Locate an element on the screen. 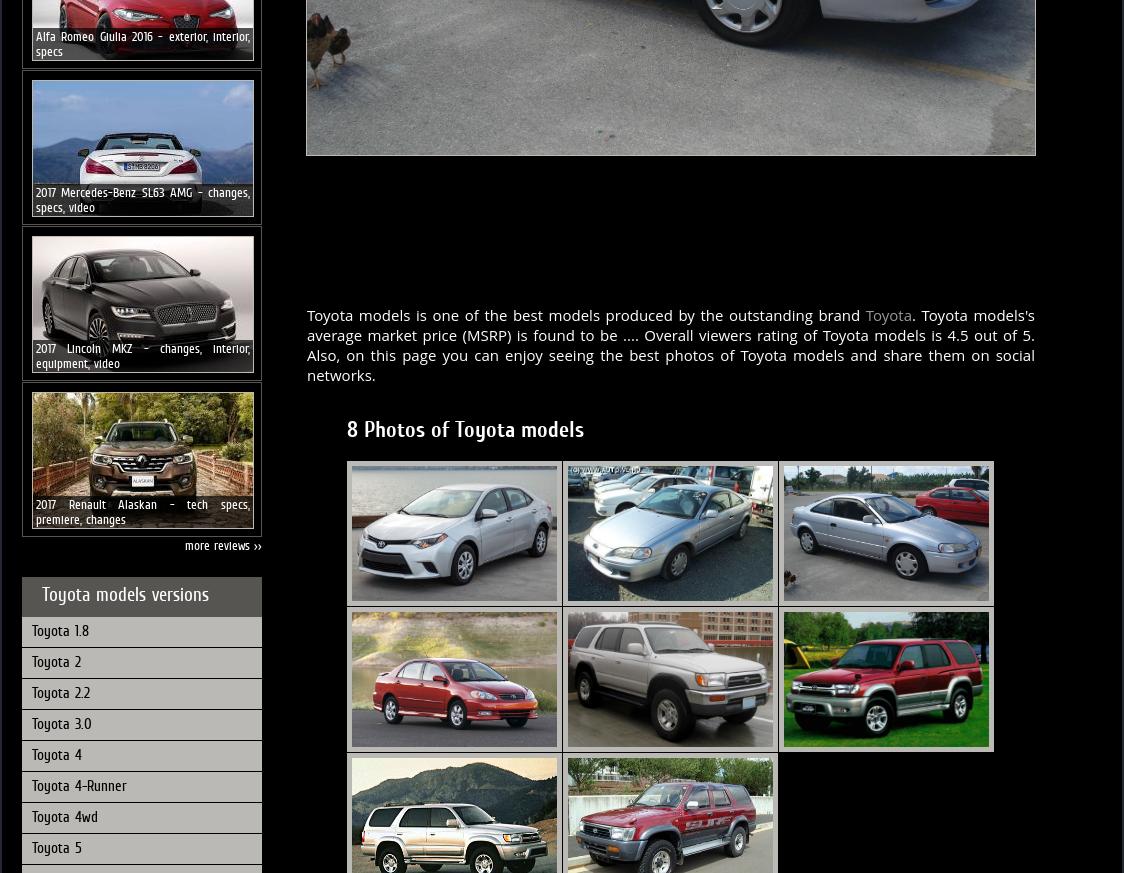  'Alfa Romeo Giulia 2016 - exterior, interior, specs' is located at coordinates (142, 42).